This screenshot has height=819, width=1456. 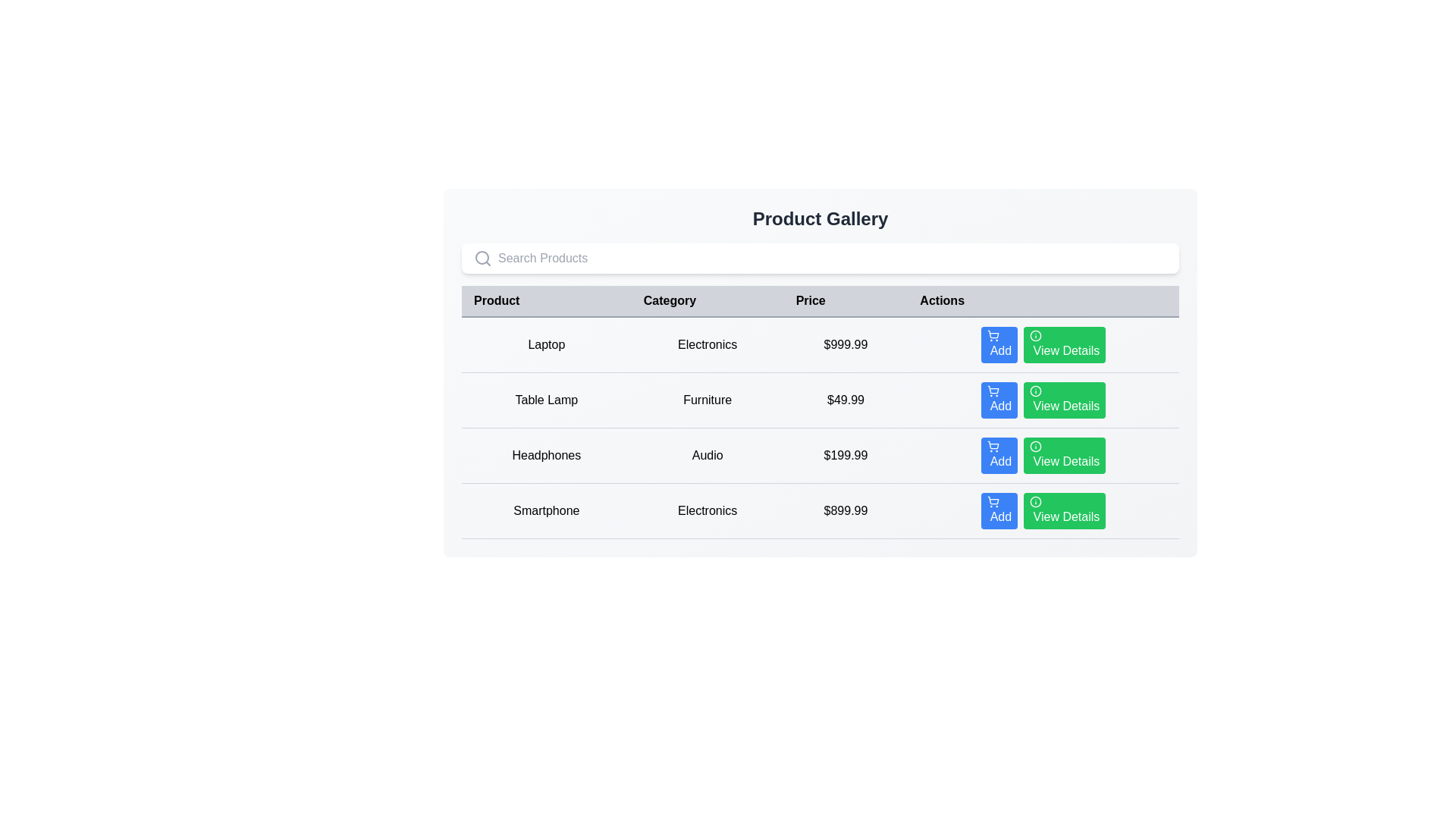 I want to click on the green rectangular button labeled 'View Details' located in the last row of the product details table, so click(x=1043, y=511).